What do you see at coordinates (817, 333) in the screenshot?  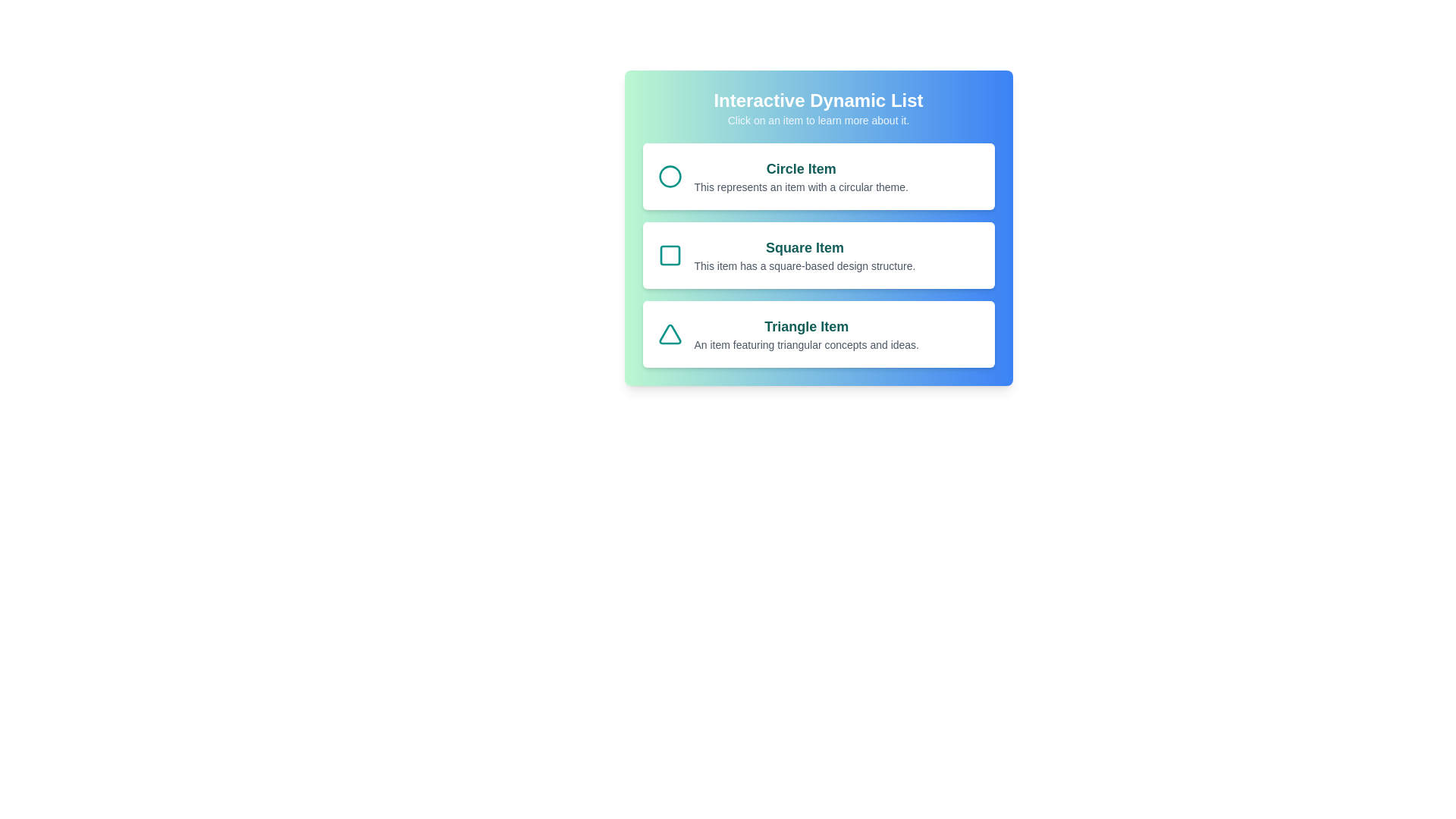 I see `the list item Triangle Item to observe changes in its background color` at bounding box center [817, 333].